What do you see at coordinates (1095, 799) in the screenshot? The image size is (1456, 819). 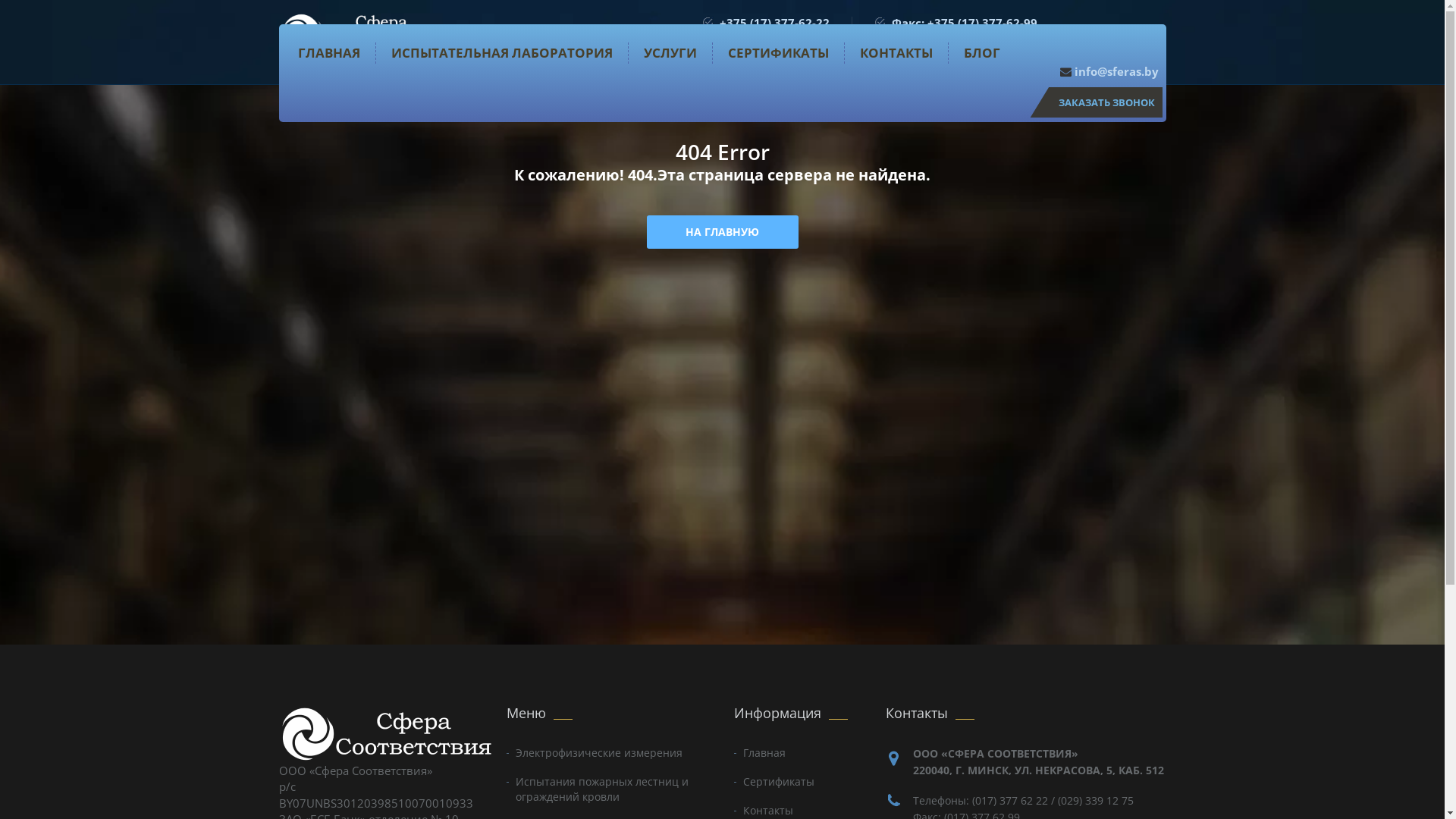 I see `'(029) 339 12 75'` at bounding box center [1095, 799].